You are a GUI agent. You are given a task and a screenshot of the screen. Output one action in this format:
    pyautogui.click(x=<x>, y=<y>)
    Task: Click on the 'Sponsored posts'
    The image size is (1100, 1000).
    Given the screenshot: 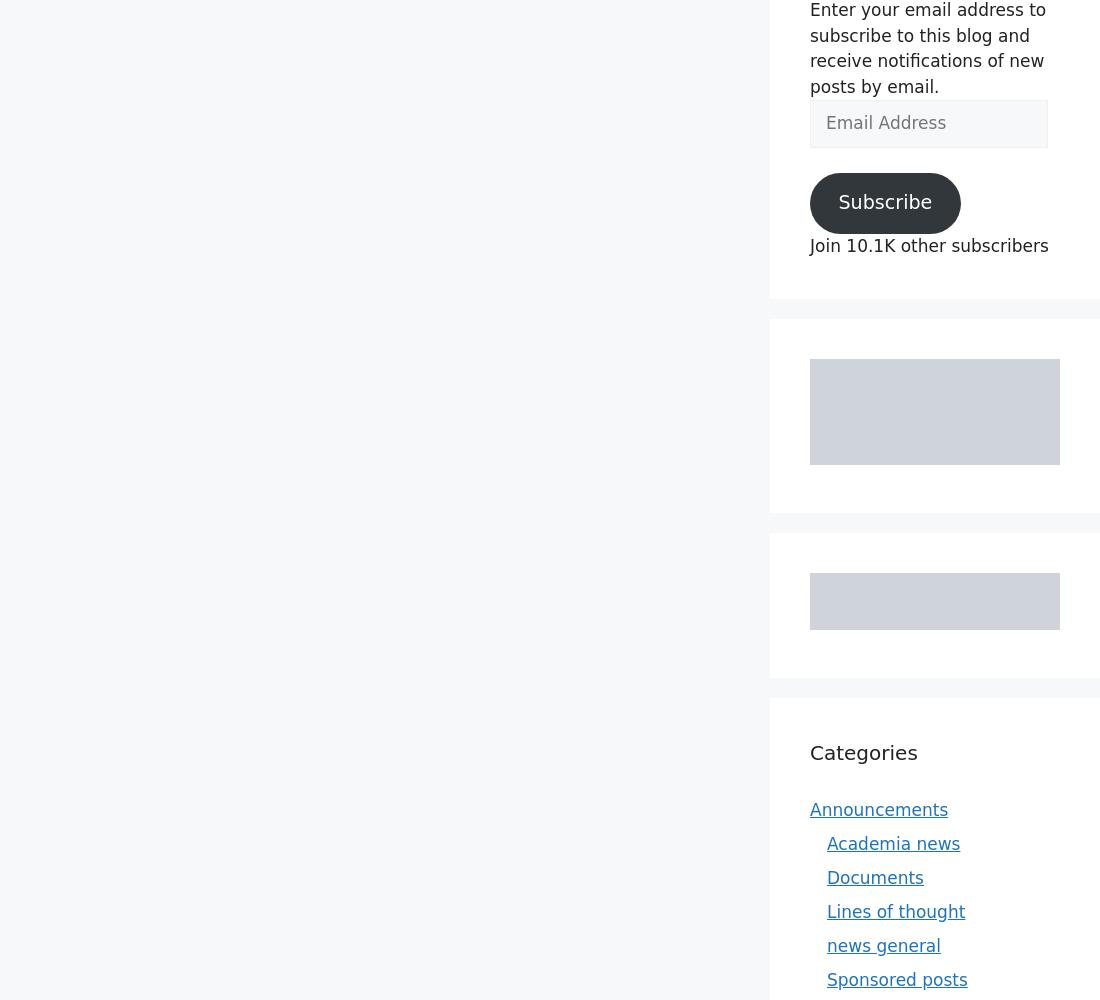 What is the action you would take?
    pyautogui.click(x=897, y=978)
    